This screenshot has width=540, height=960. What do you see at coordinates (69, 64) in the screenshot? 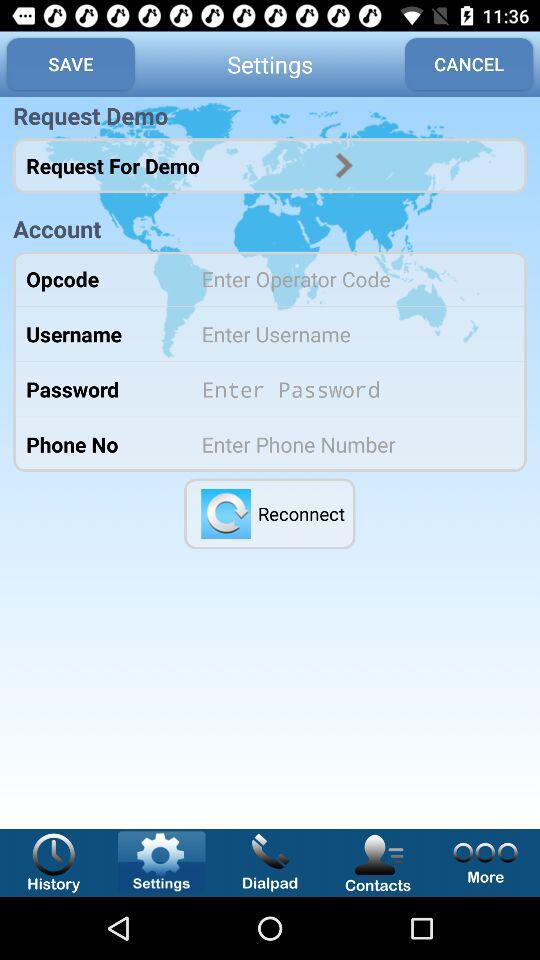
I see `the icon to the left of settings item` at bounding box center [69, 64].